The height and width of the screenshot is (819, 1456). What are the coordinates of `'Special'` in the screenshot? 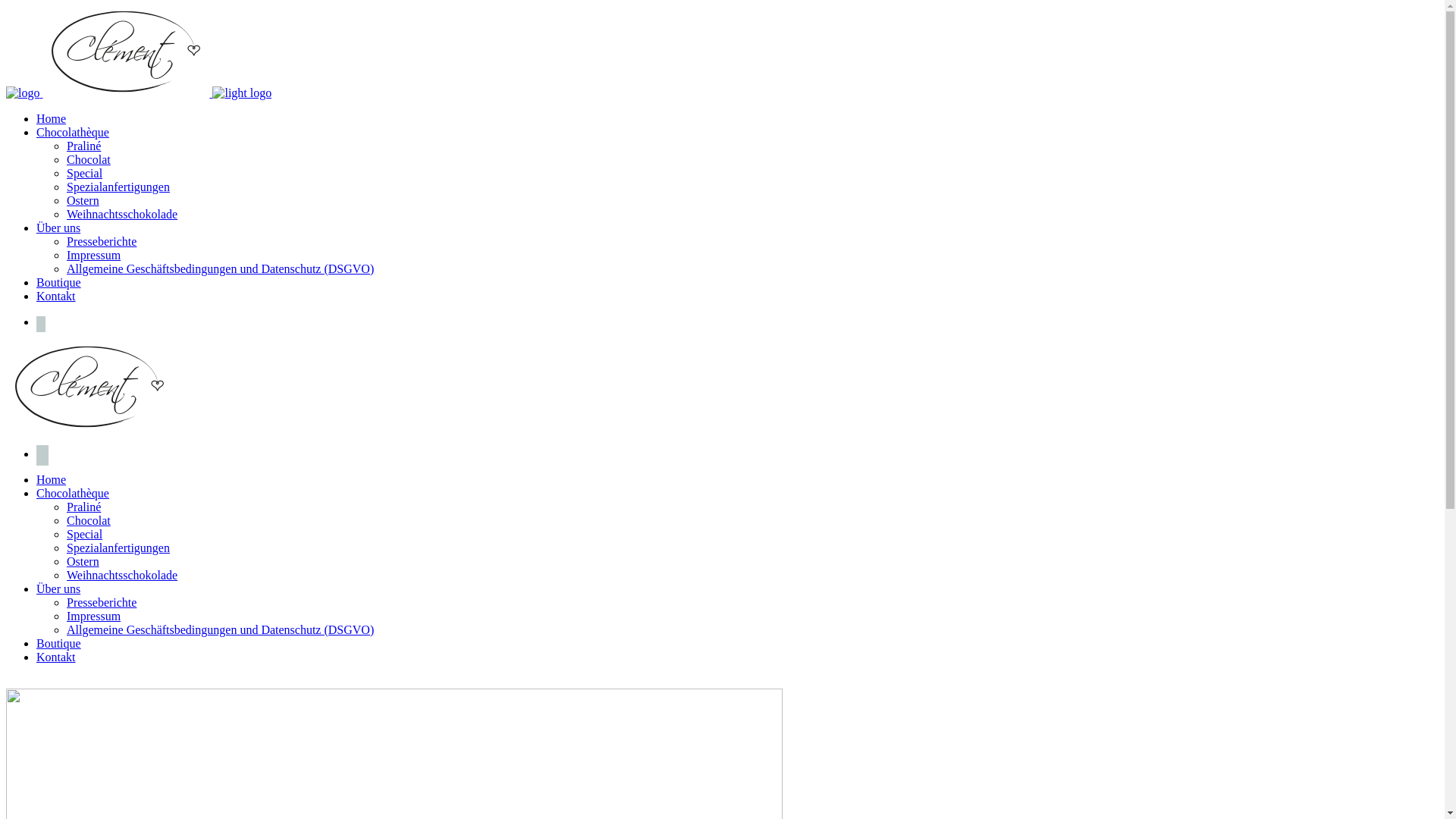 It's located at (83, 172).